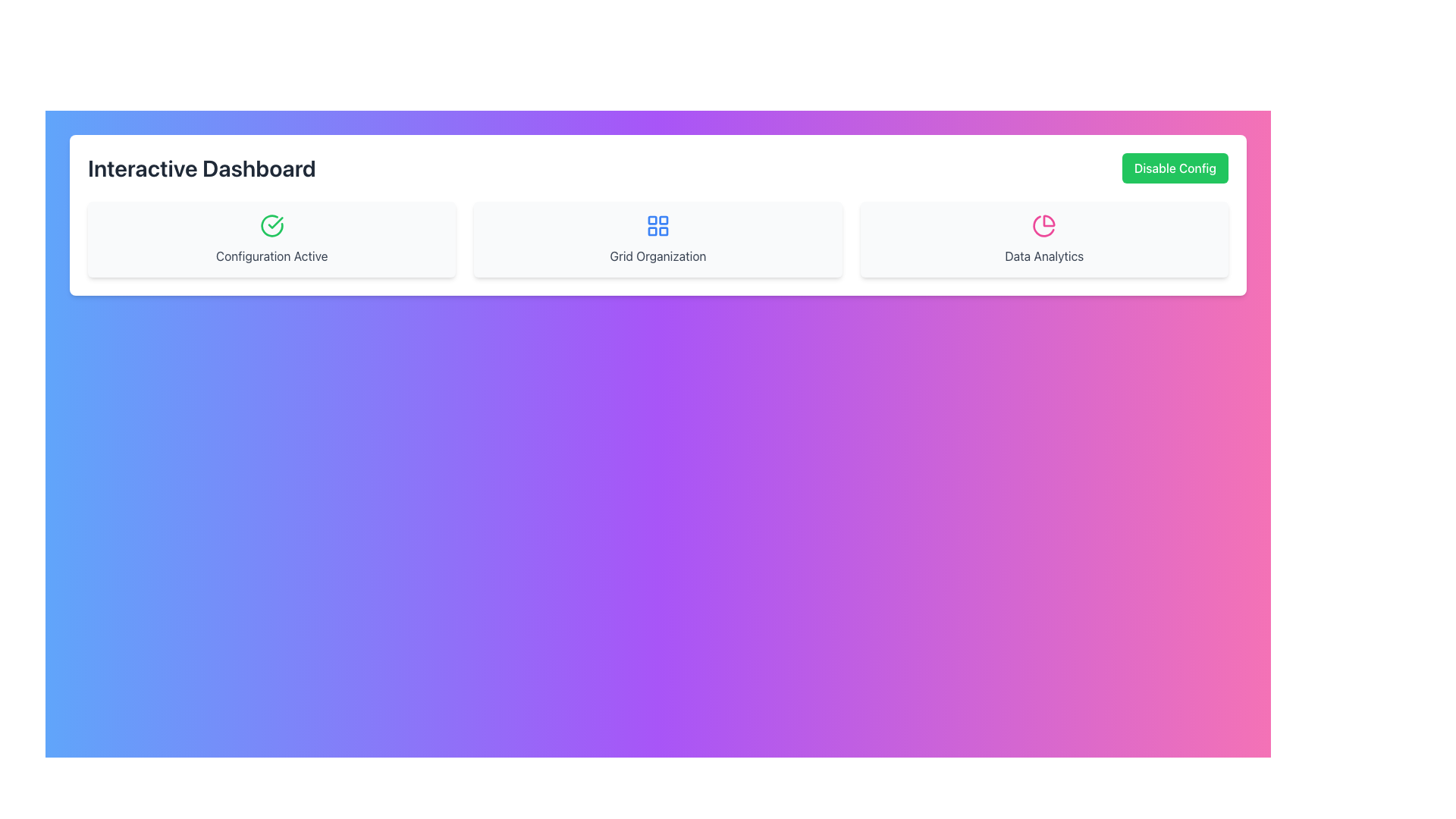  Describe the element at coordinates (658, 225) in the screenshot. I see `the grid icon, which is a 2x2 grid of small squares outlined in blue` at that location.